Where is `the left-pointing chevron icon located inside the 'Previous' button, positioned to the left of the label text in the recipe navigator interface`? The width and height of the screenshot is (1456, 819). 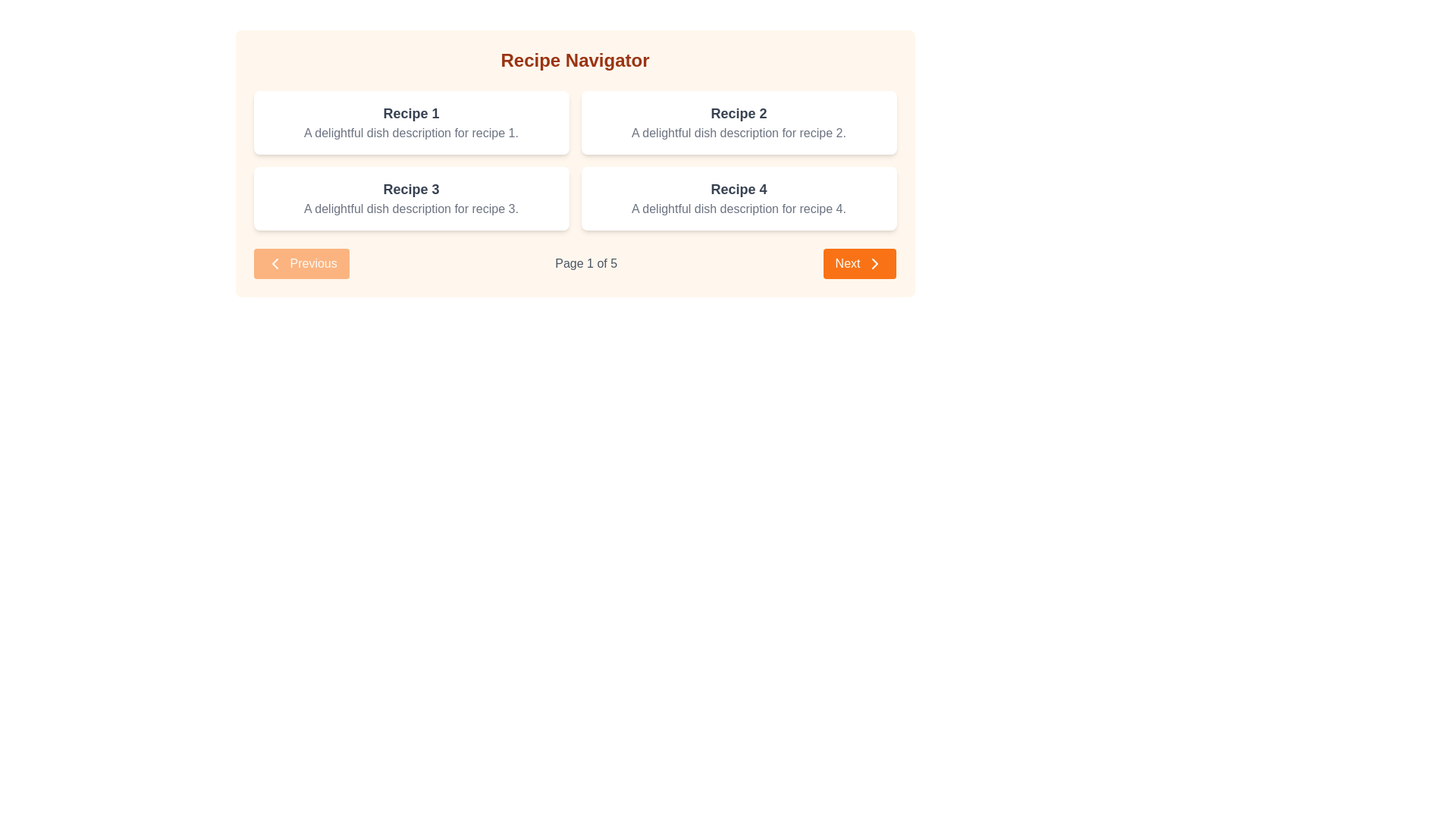
the left-pointing chevron icon located inside the 'Previous' button, positioned to the left of the label text in the recipe navigator interface is located at coordinates (275, 262).